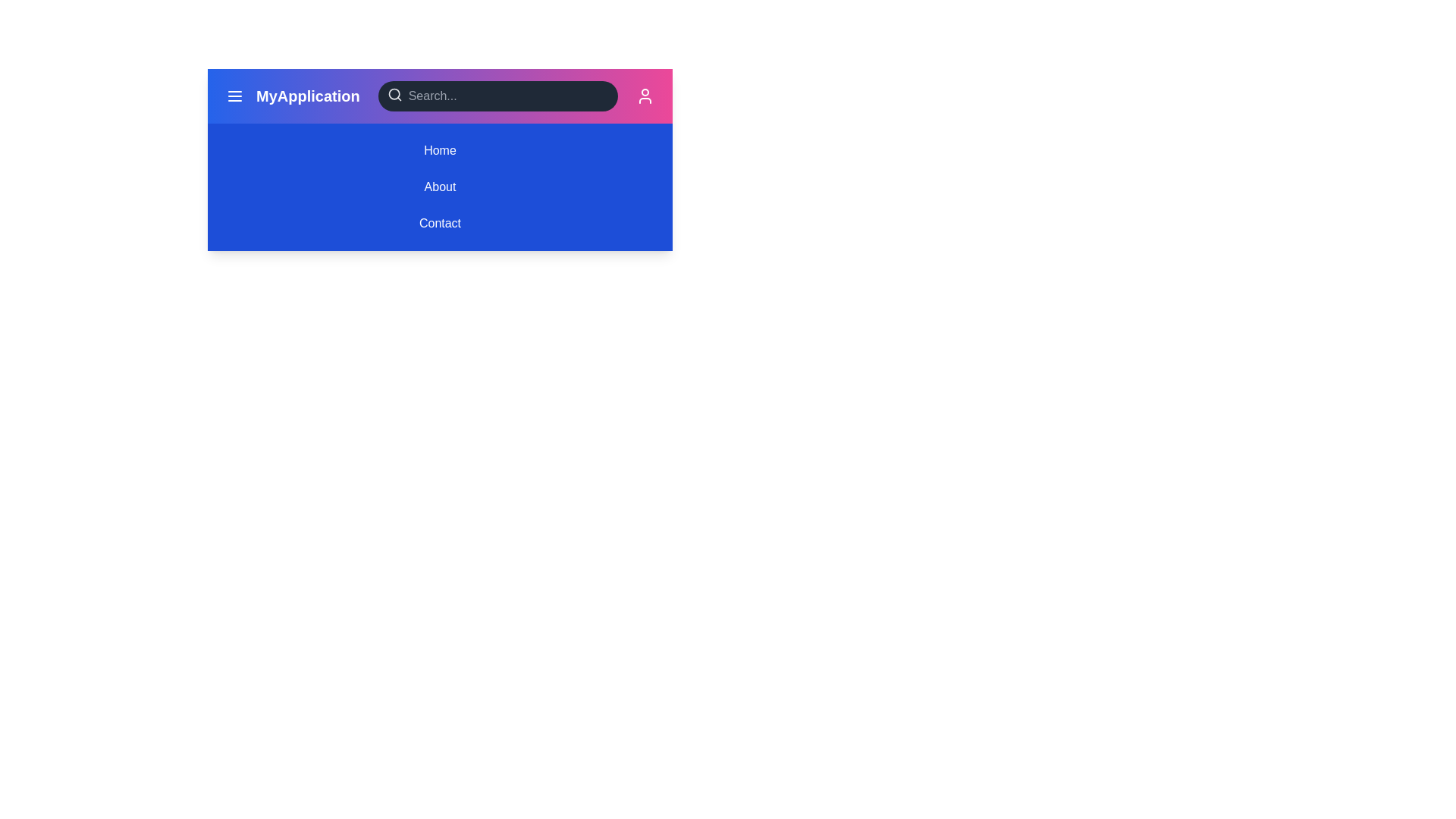  I want to click on the menu item About to navigate to the corresponding section, so click(439, 186).